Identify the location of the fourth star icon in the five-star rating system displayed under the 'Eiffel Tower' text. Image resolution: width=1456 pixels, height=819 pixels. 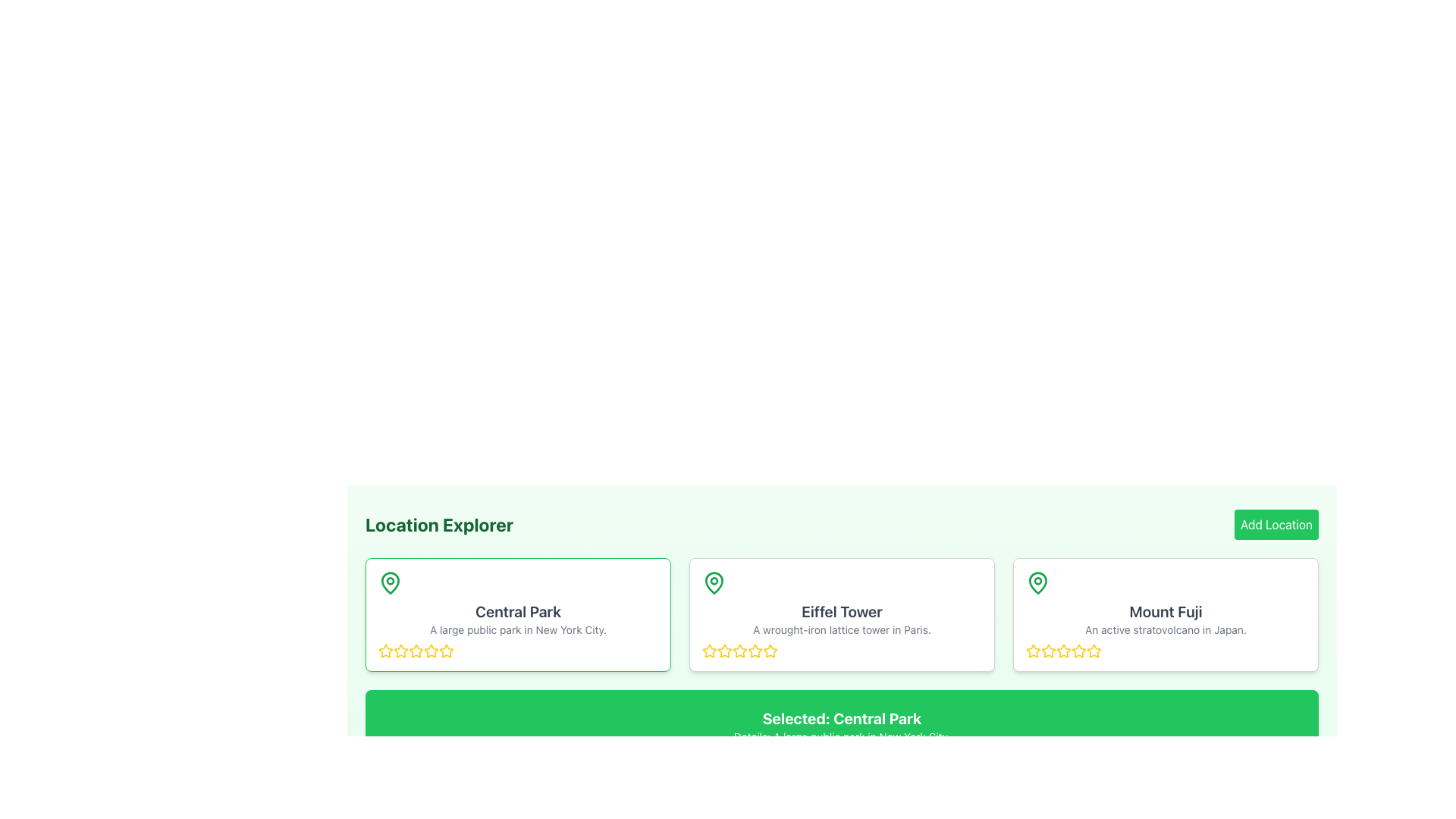
(770, 651).